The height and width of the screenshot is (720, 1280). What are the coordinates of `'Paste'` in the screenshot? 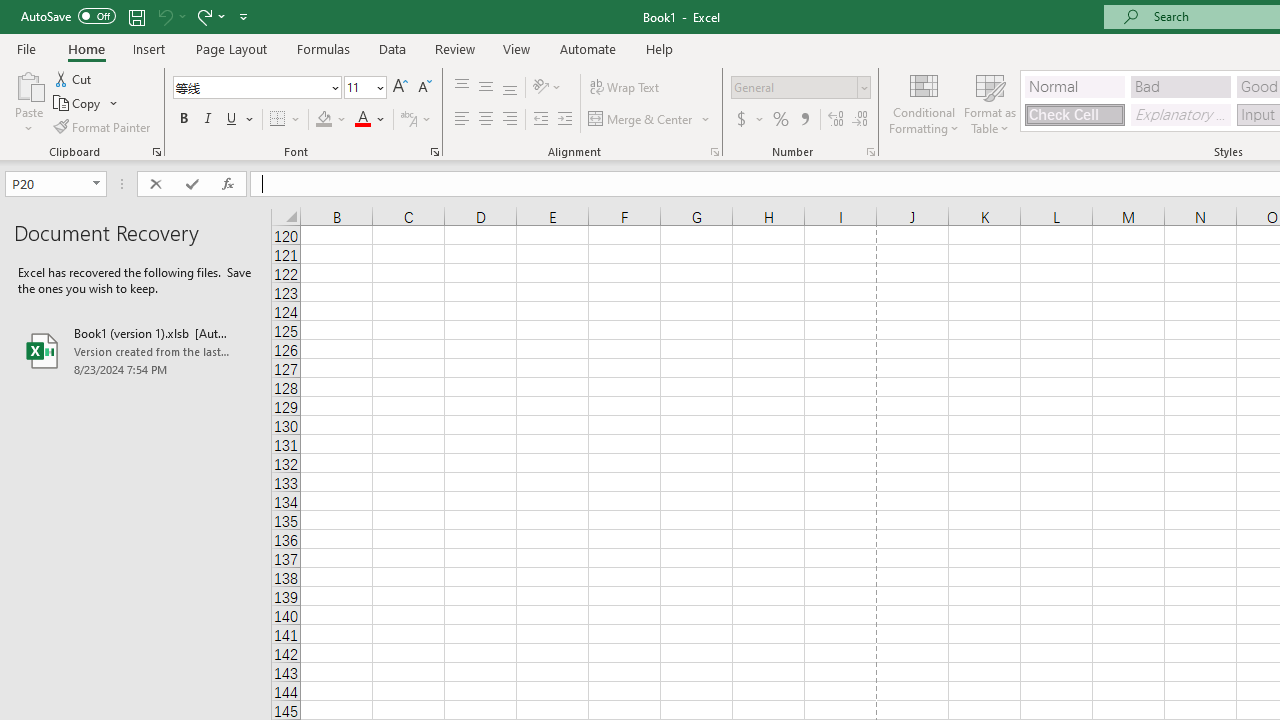 It's located at (28, 84).